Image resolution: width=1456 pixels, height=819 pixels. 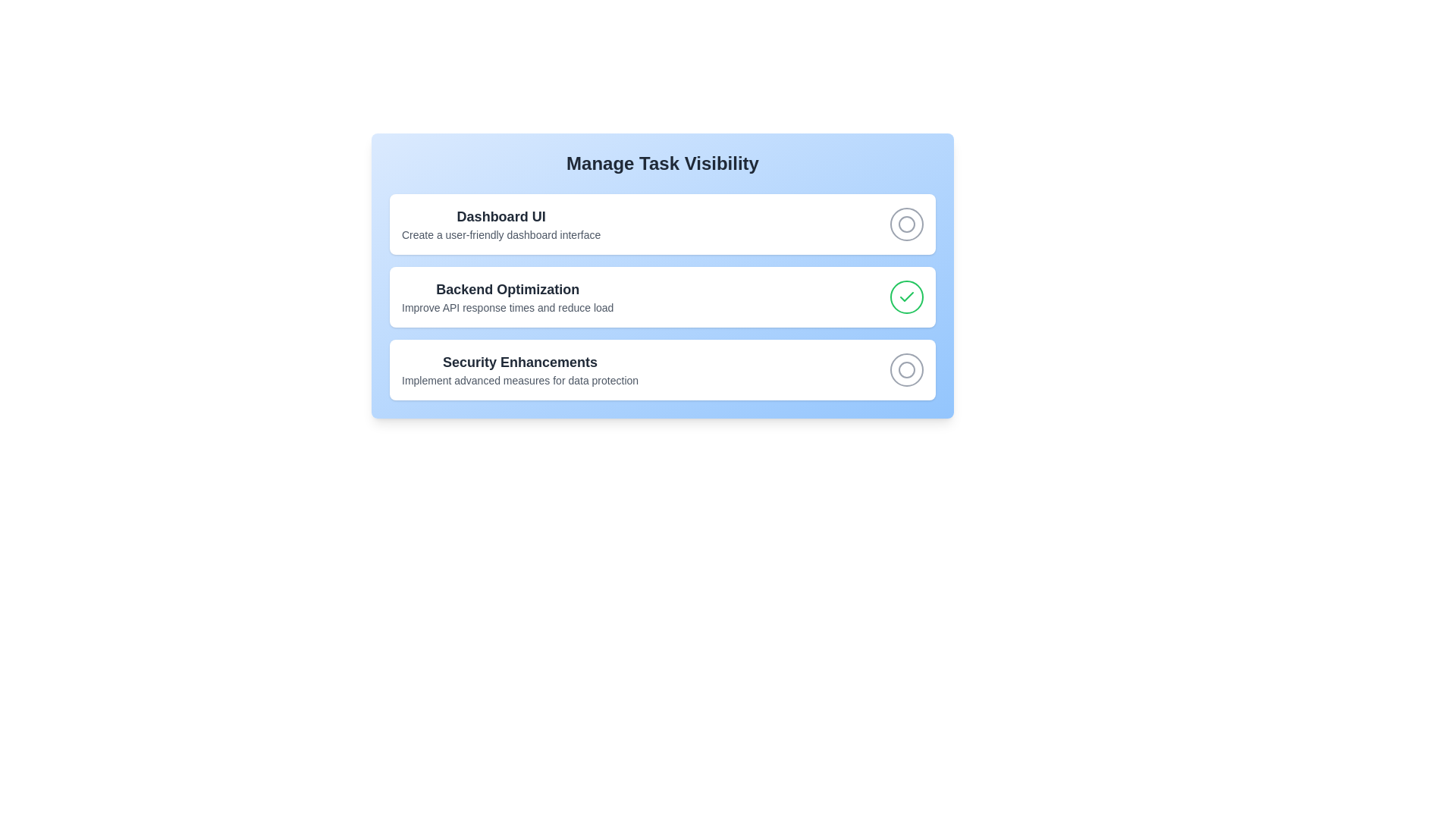 What do you see at coordinates (520, 370) in the screenshot?
I see `the 'Security Enhancements' text block, which is the third item in a vertical stack of similar styled elements, located in the center of the interface beneath the 'Backend Optimization' section` at bounding box center [520, 370].